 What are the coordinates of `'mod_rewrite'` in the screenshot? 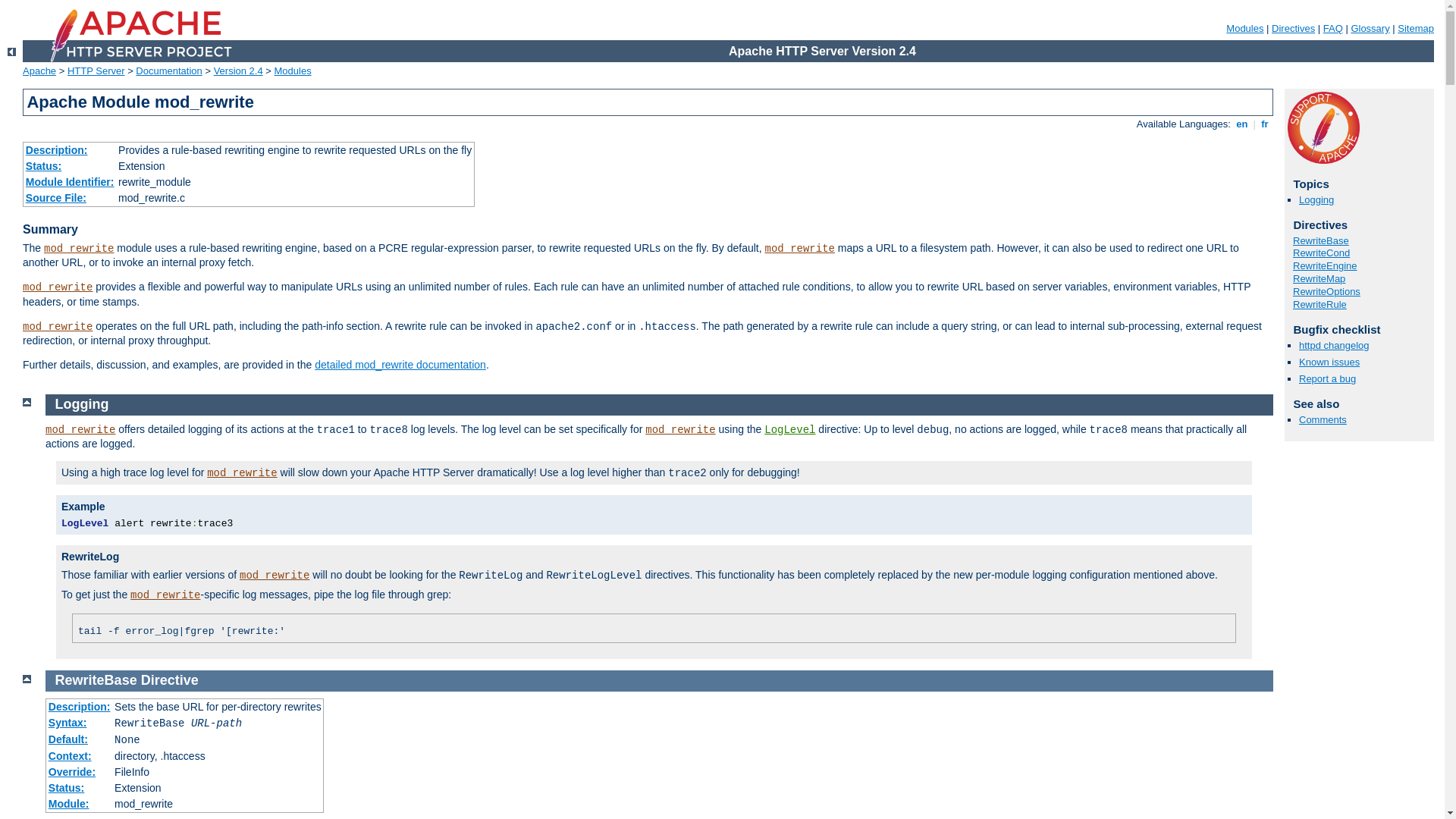 It's located at (58, 326).